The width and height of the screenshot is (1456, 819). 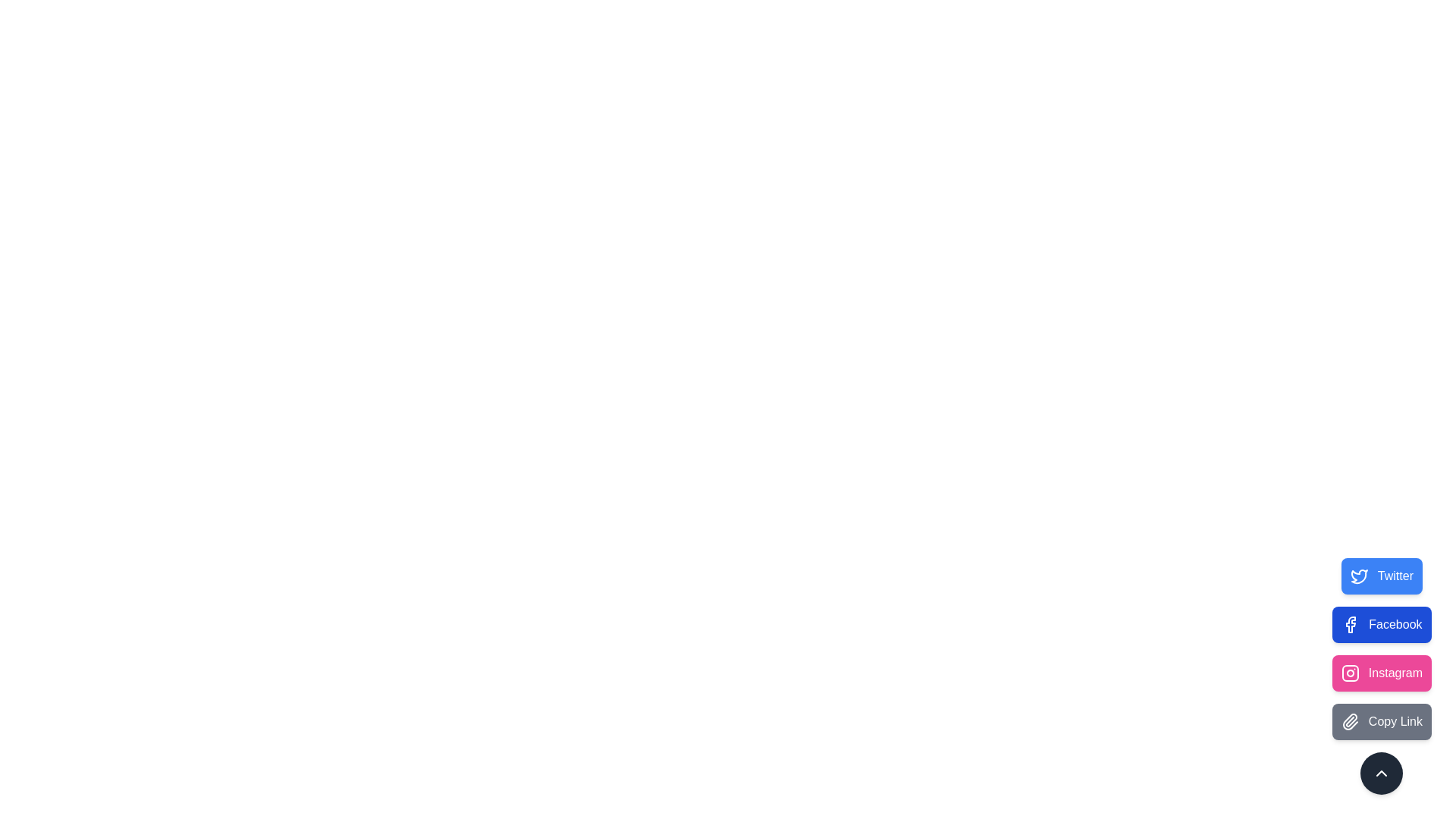 What do you see at coordinates (1382, 576) in the screenshot?
I see `the Twitter button to perform the corresponding action` at bounding box center [1382, 576].